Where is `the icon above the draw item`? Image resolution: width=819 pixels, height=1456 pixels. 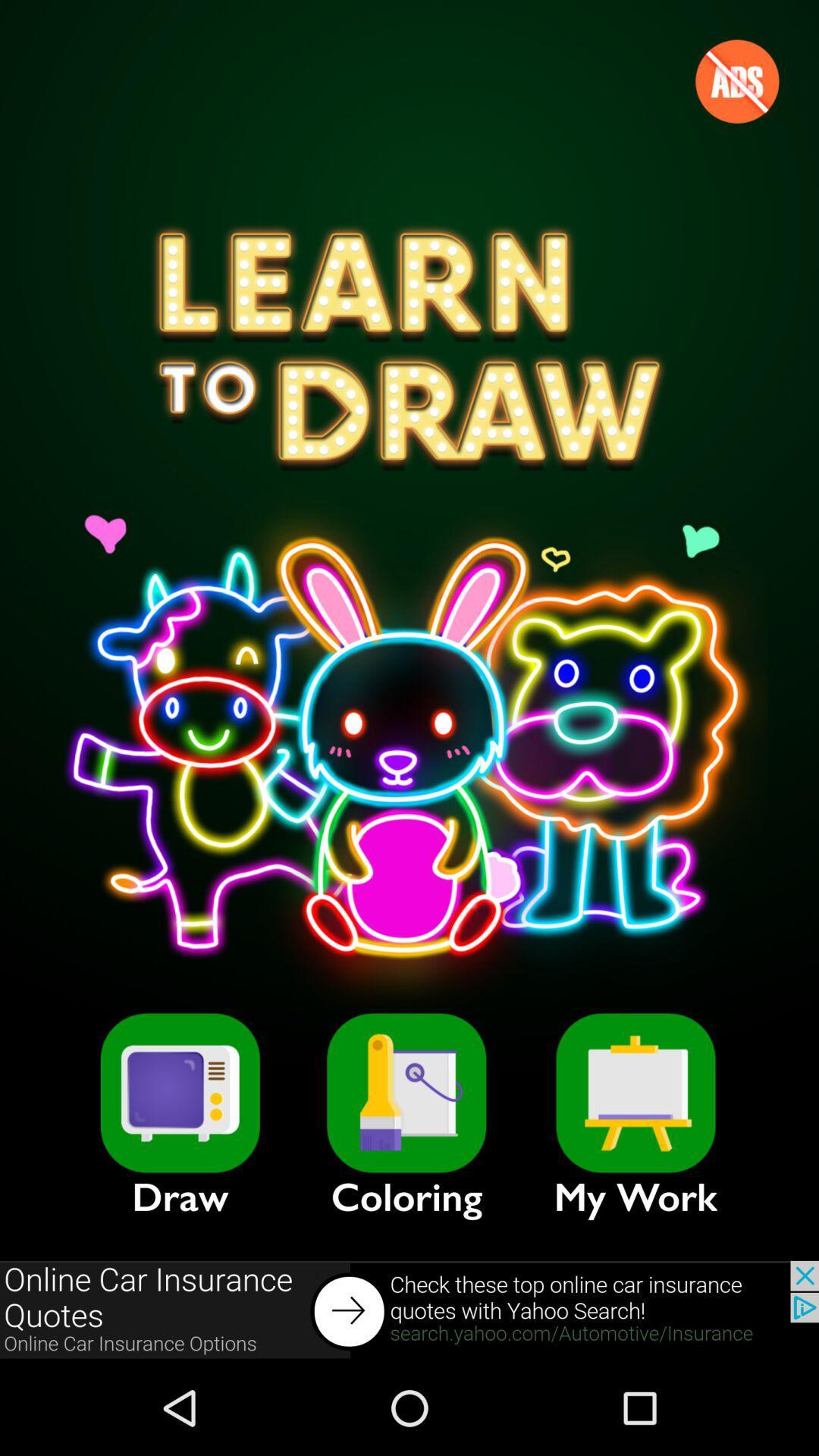 the icon above the draw item is located at coordinates (179, 1093).